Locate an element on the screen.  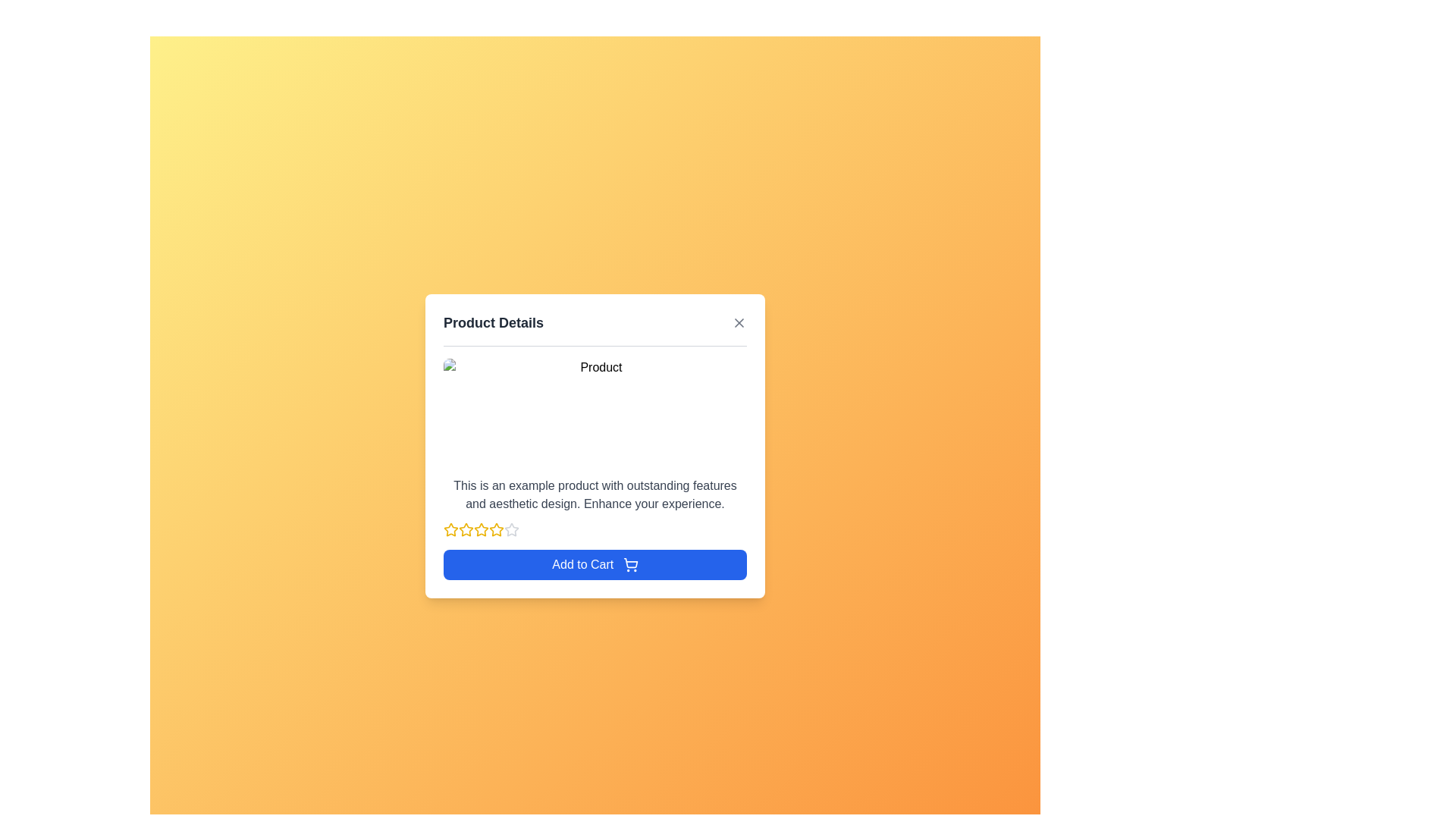
the seventh star in the row of nine rating stars is located at coordinates (496, 529).